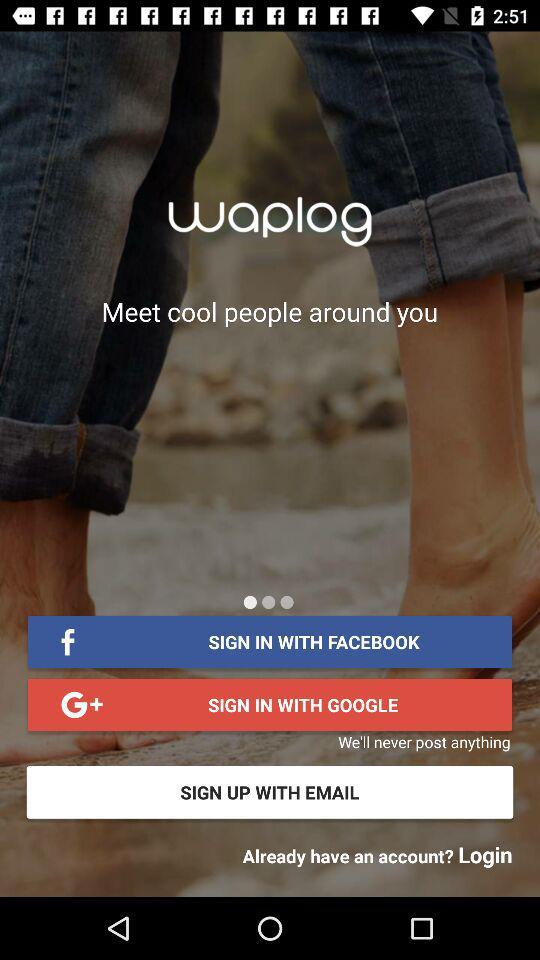  Describe the element at coordinates (286, 601) in the screenshot. I see `icon above the sign in with item` at that location.